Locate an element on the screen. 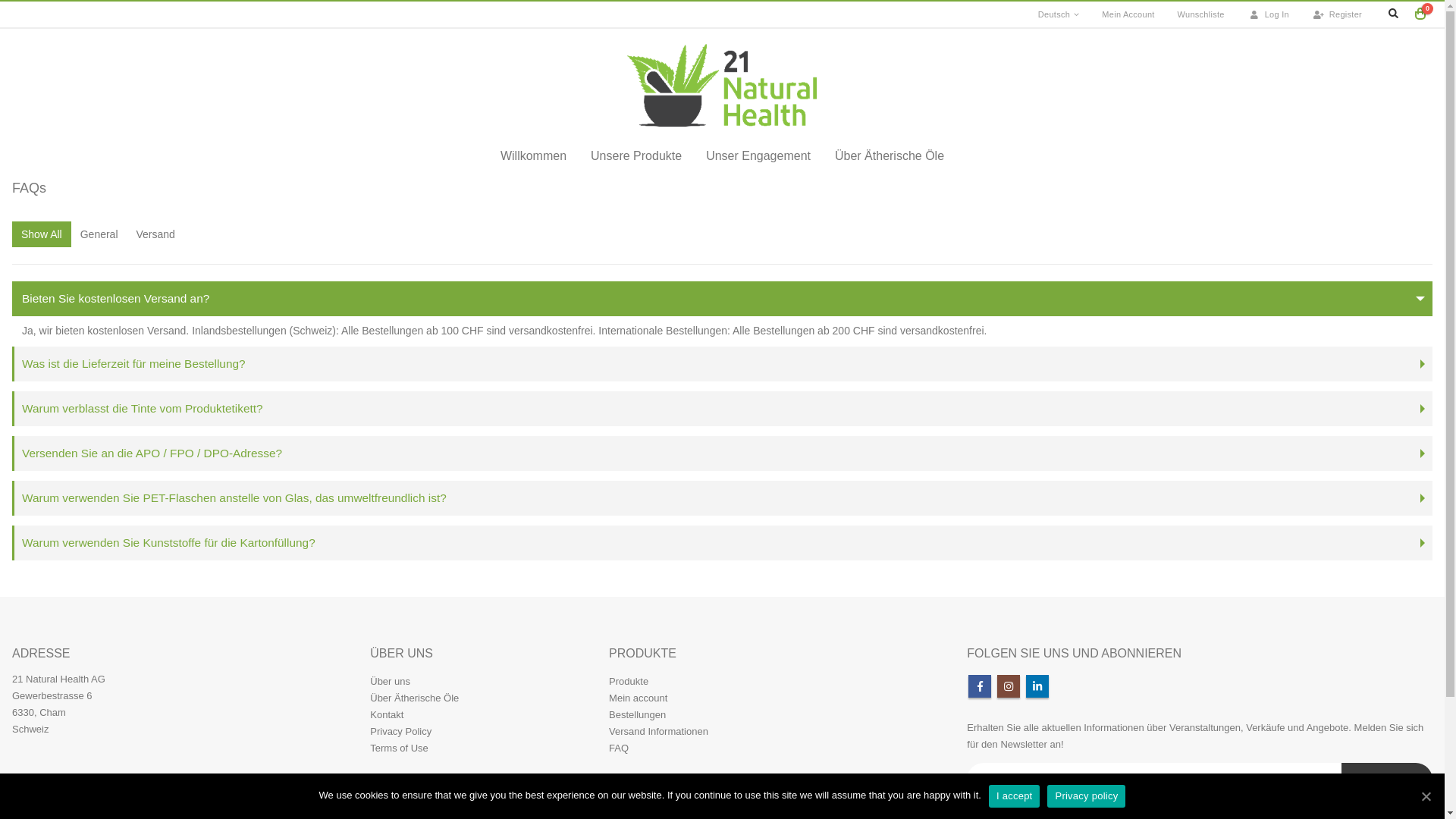 This screenshot has width=1456, height=819. 'Log In' is located at coordinates (1268, 14).